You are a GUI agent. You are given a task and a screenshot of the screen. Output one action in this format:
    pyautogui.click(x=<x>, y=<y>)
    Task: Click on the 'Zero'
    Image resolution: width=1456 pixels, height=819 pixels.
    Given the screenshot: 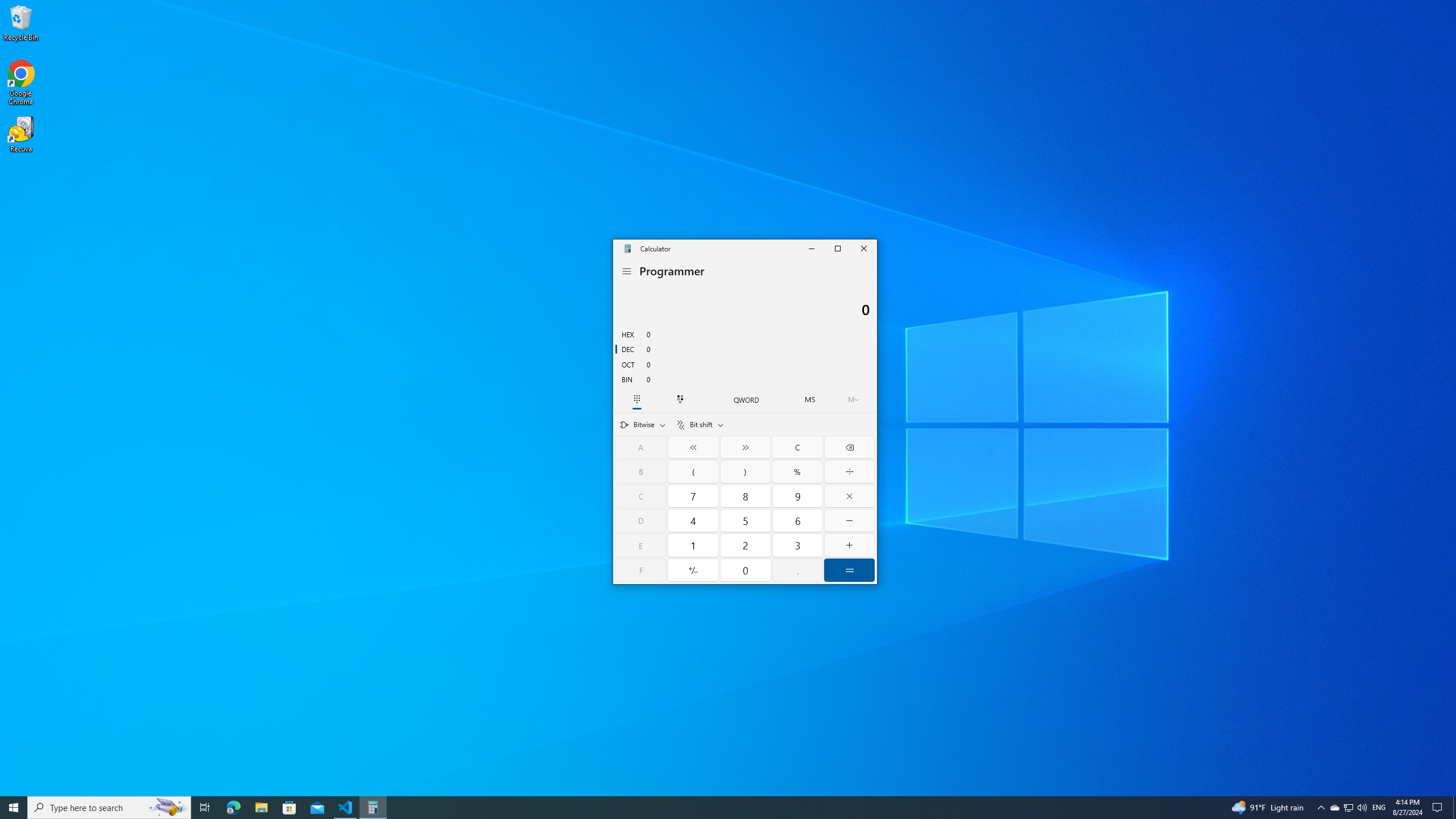 What is the action you would take?
    pyautogui.click(x=746, y=570)
    